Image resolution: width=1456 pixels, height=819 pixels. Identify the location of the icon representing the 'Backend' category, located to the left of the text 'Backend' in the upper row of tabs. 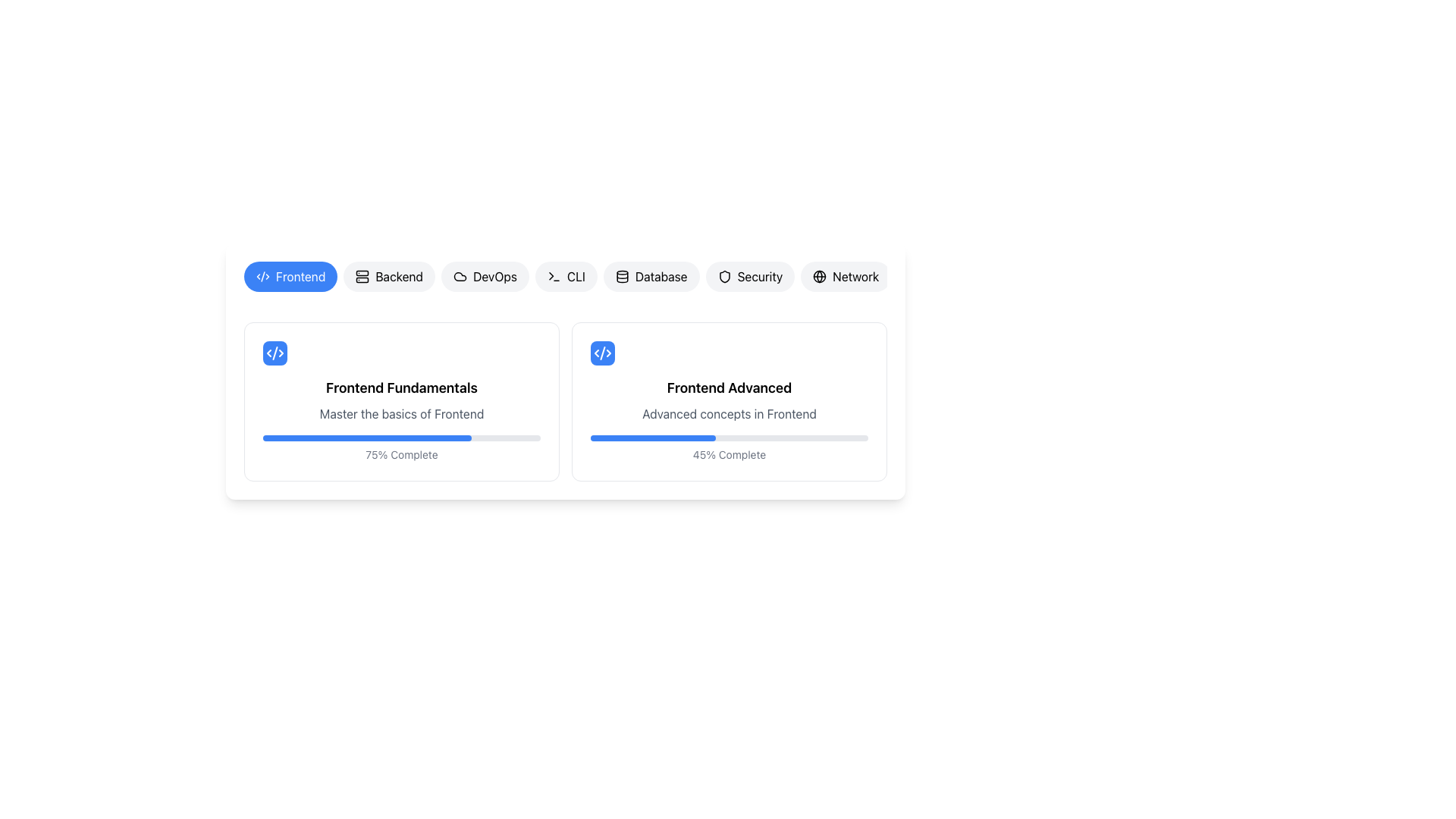
(362, 277).